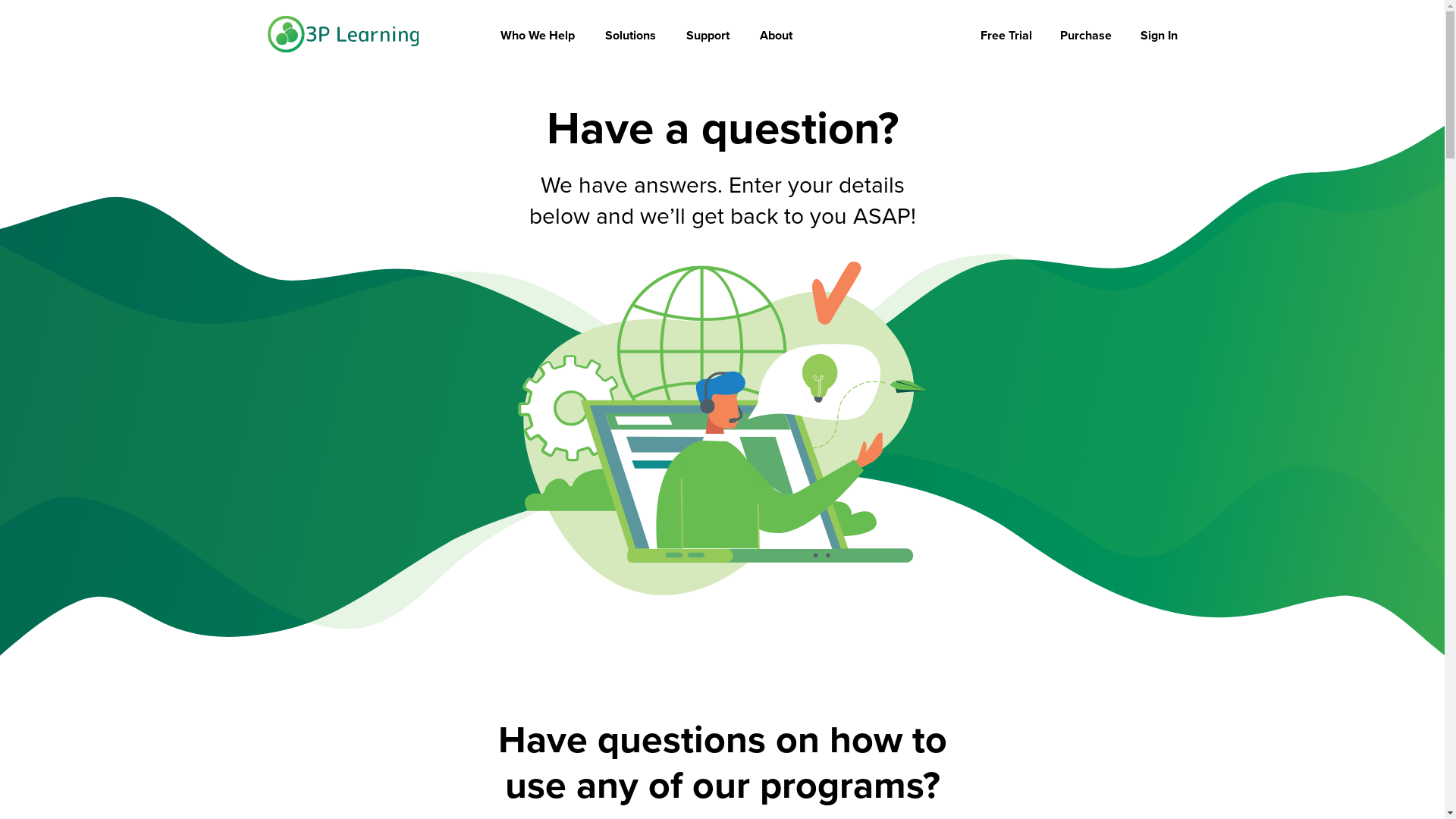  Describe the element at coordinates (686, 34) in the screenshot. I see `'Support'` at that location.